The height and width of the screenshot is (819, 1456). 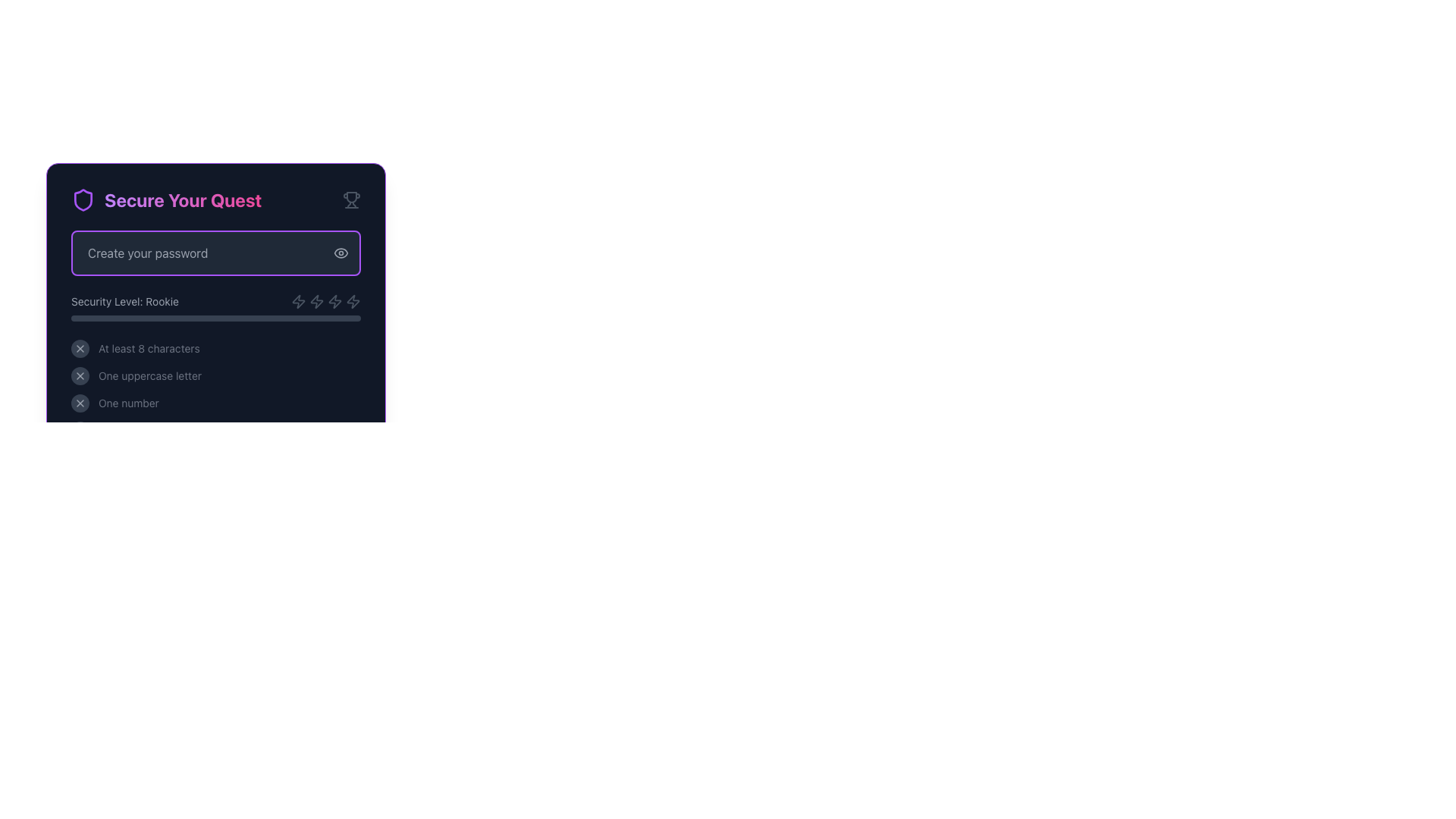 I want to click on the text label that informs the user to include one numerical digit in their password, located at the bottom-left corner of the list of password requirements, so click(x=128, y=403).